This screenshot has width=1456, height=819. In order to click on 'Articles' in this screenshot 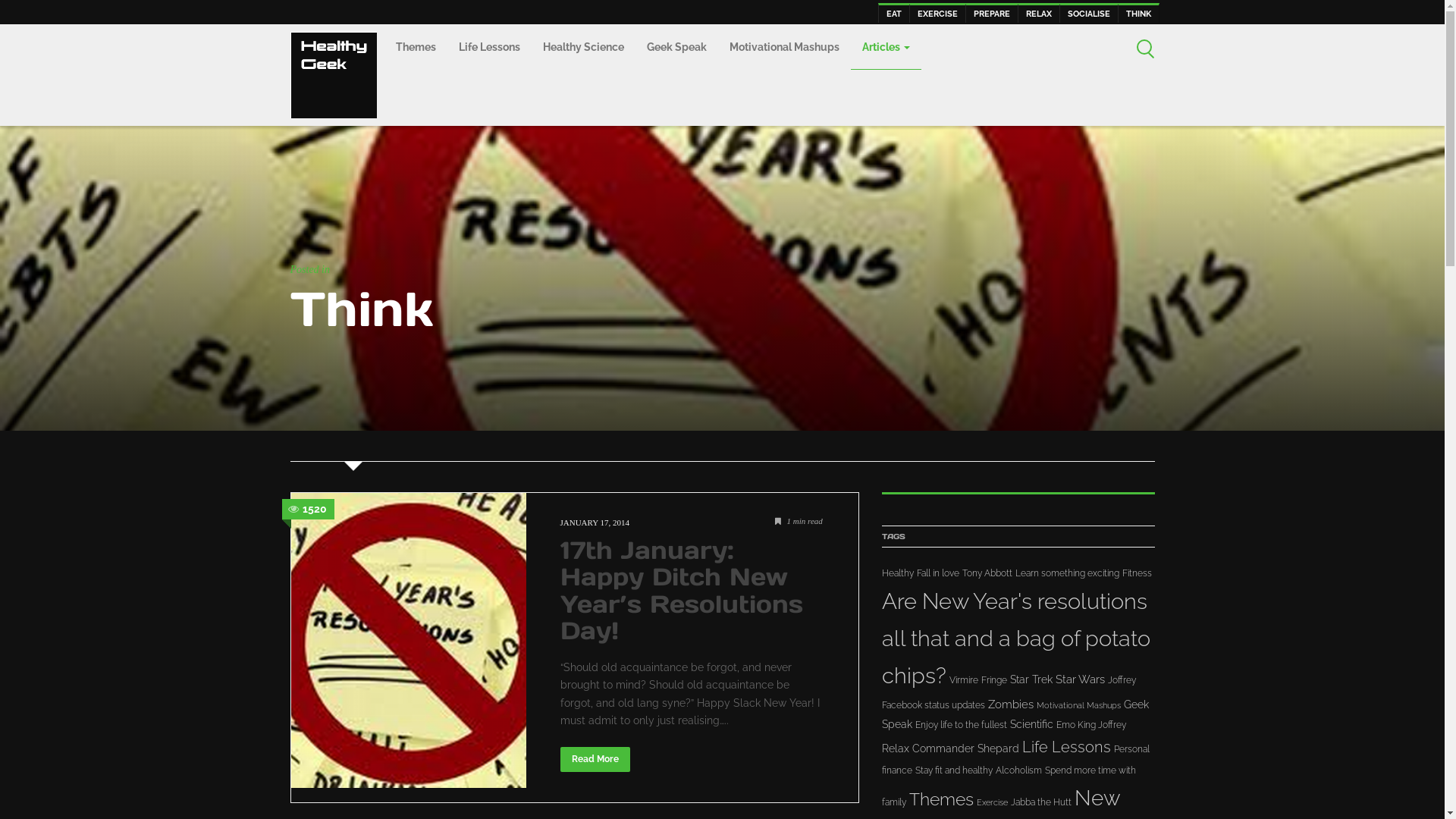, I will do `click(886, 46)`.